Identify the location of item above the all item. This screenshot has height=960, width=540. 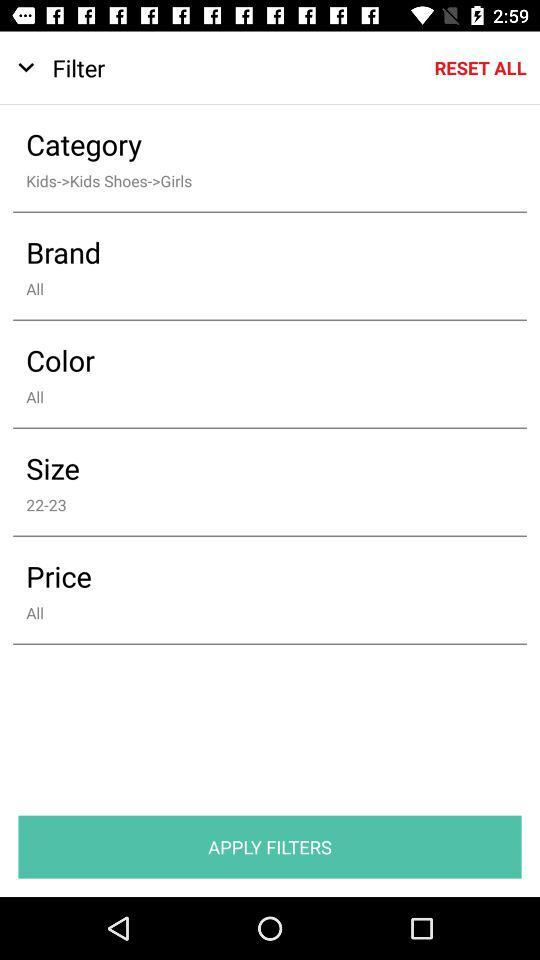
(256, 360).